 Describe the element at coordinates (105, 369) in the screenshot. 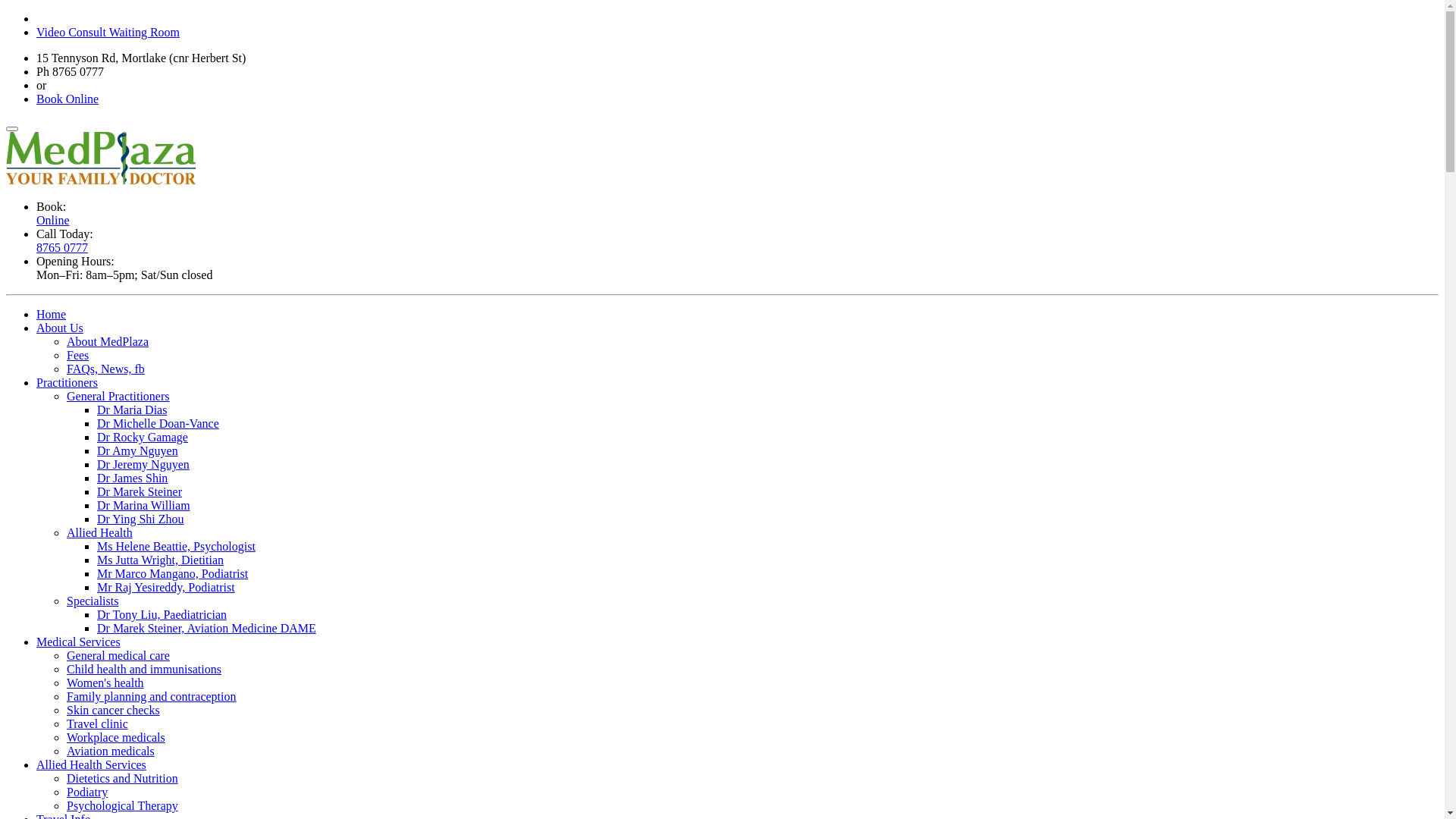

I see `'FAQs, News, fb'` at that location.